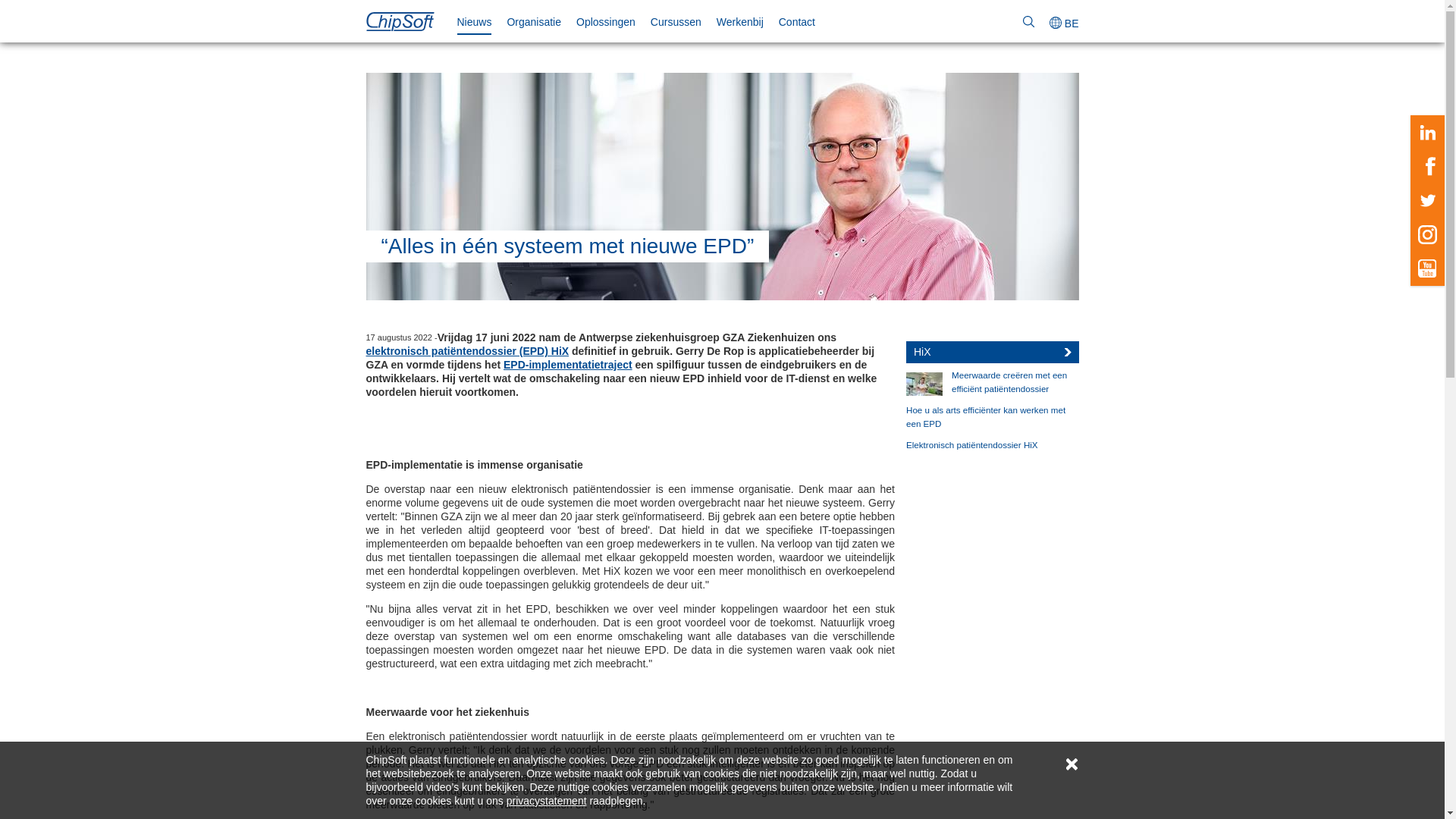  What do you see at coordinates (796, 22) in the screenshot?
I see `'Contact'` at bounding box center [796, 22].